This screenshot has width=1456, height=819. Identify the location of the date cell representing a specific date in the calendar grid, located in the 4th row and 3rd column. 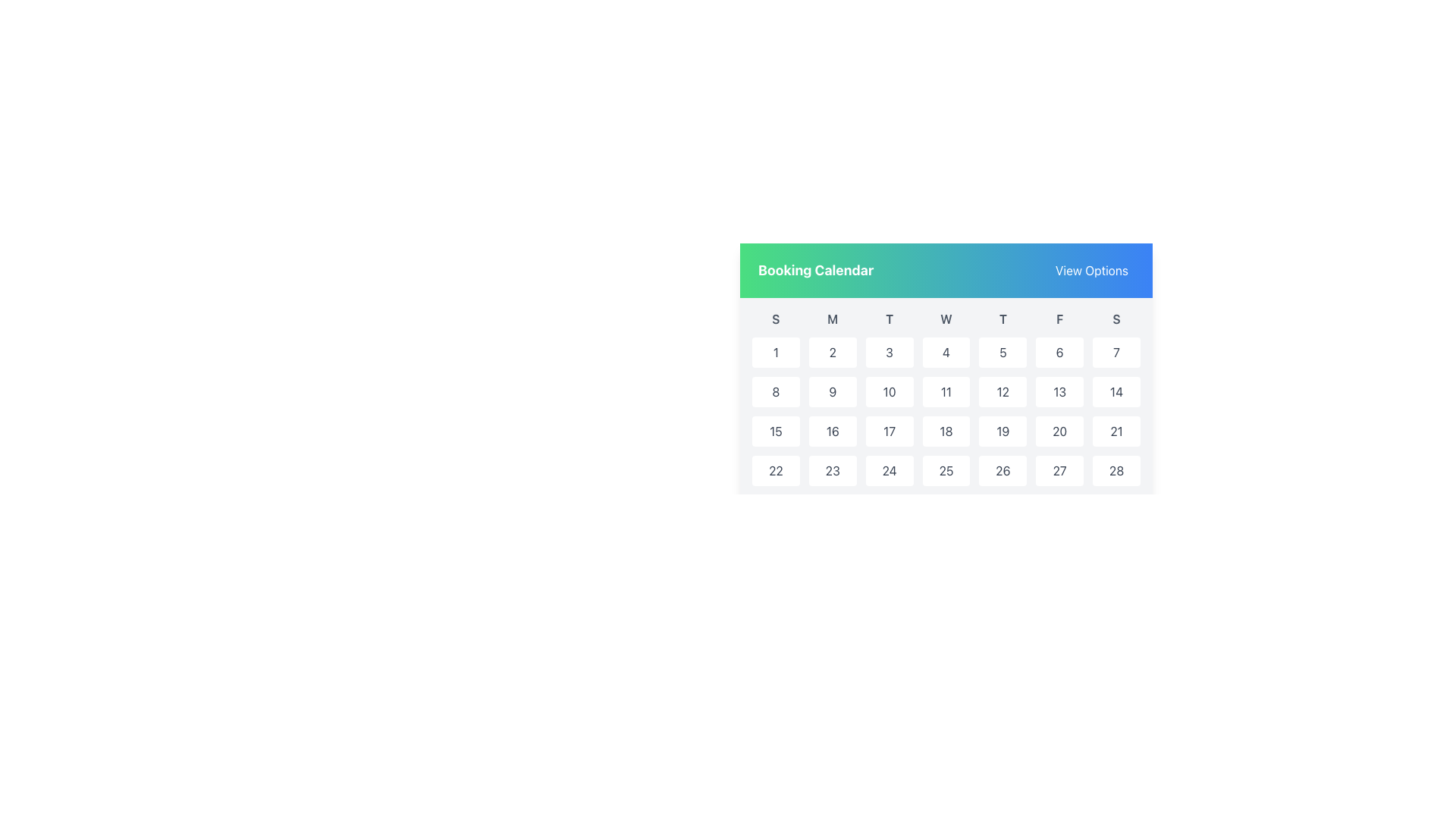
(890, 431).